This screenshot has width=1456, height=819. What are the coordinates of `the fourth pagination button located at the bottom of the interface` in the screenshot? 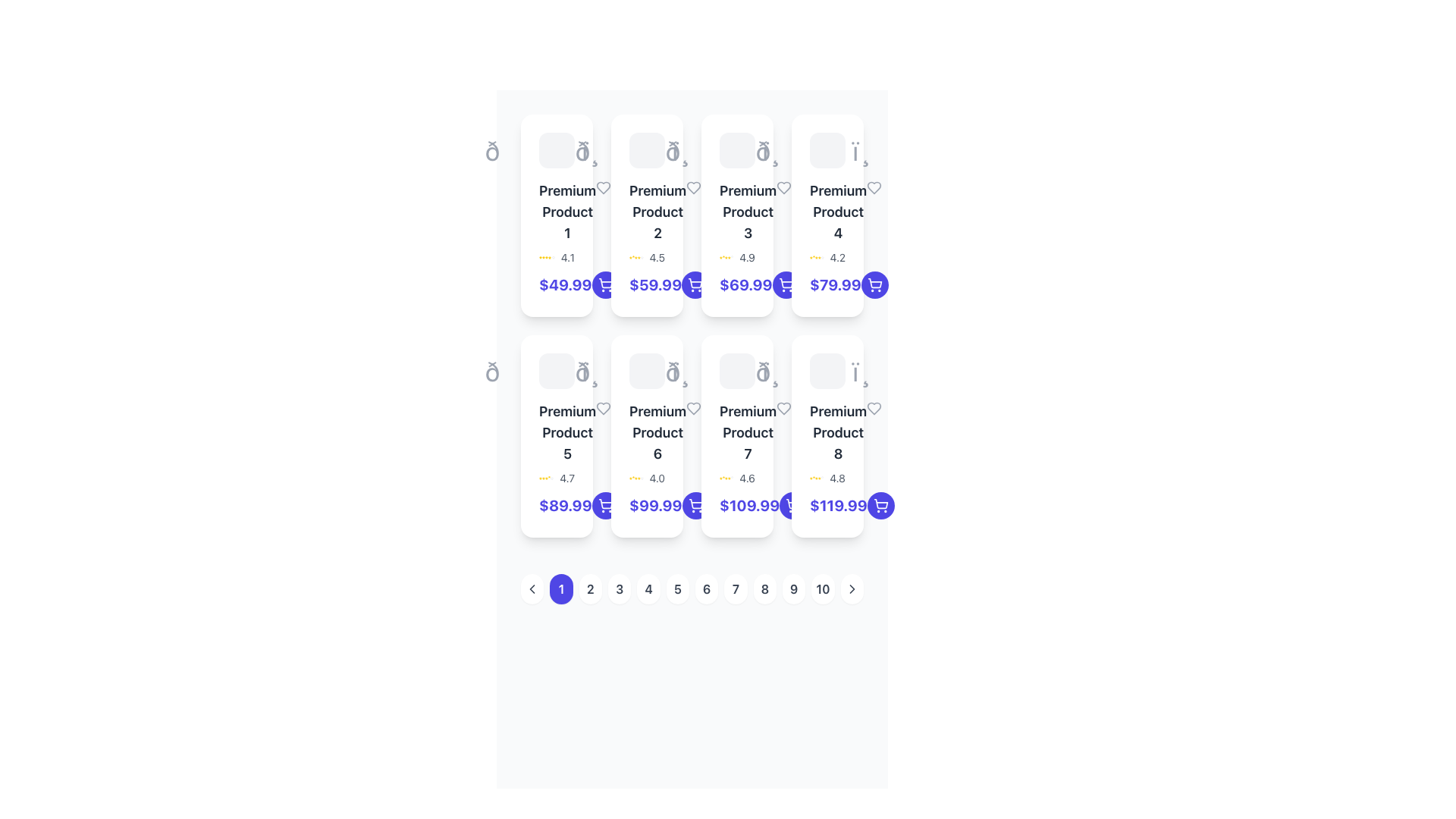 It's located at (648, 588).